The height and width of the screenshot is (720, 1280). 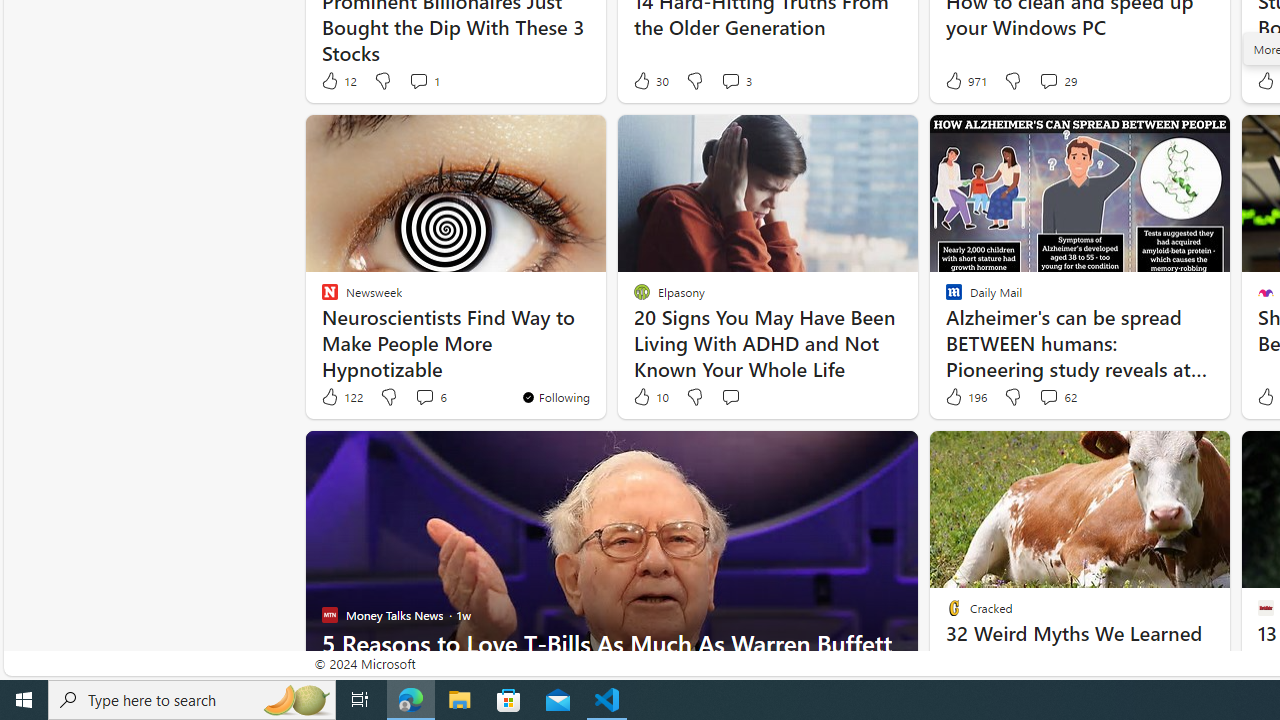 What do you see at coordinates (429, 397) in the screenshot?
I see `'View comments 6 Comment'` at bounding box center [429, 397].